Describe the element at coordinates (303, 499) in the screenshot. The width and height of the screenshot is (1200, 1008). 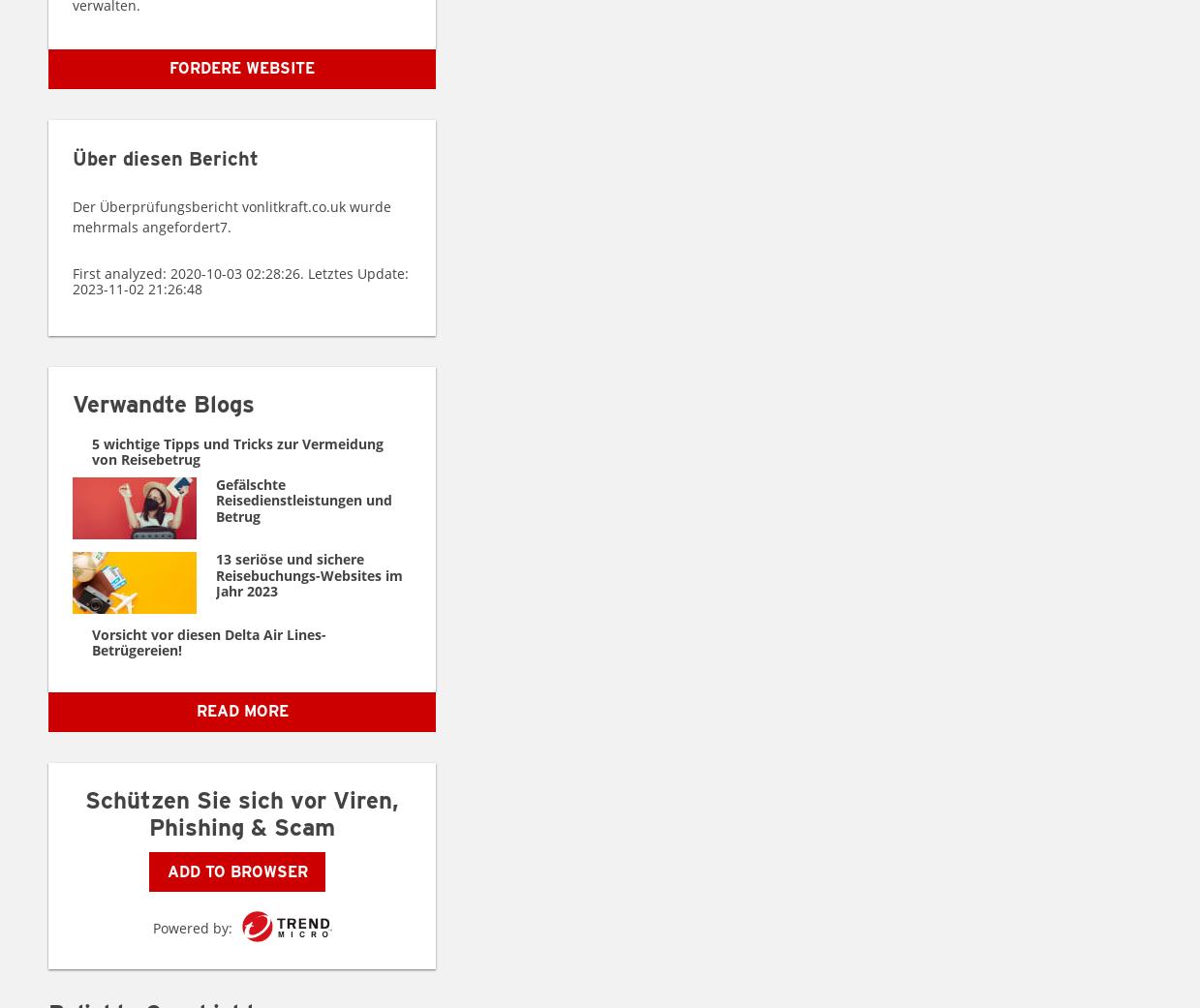
I see `'Gefälschte Reisedienstleistungen und Betrug'` at that location.